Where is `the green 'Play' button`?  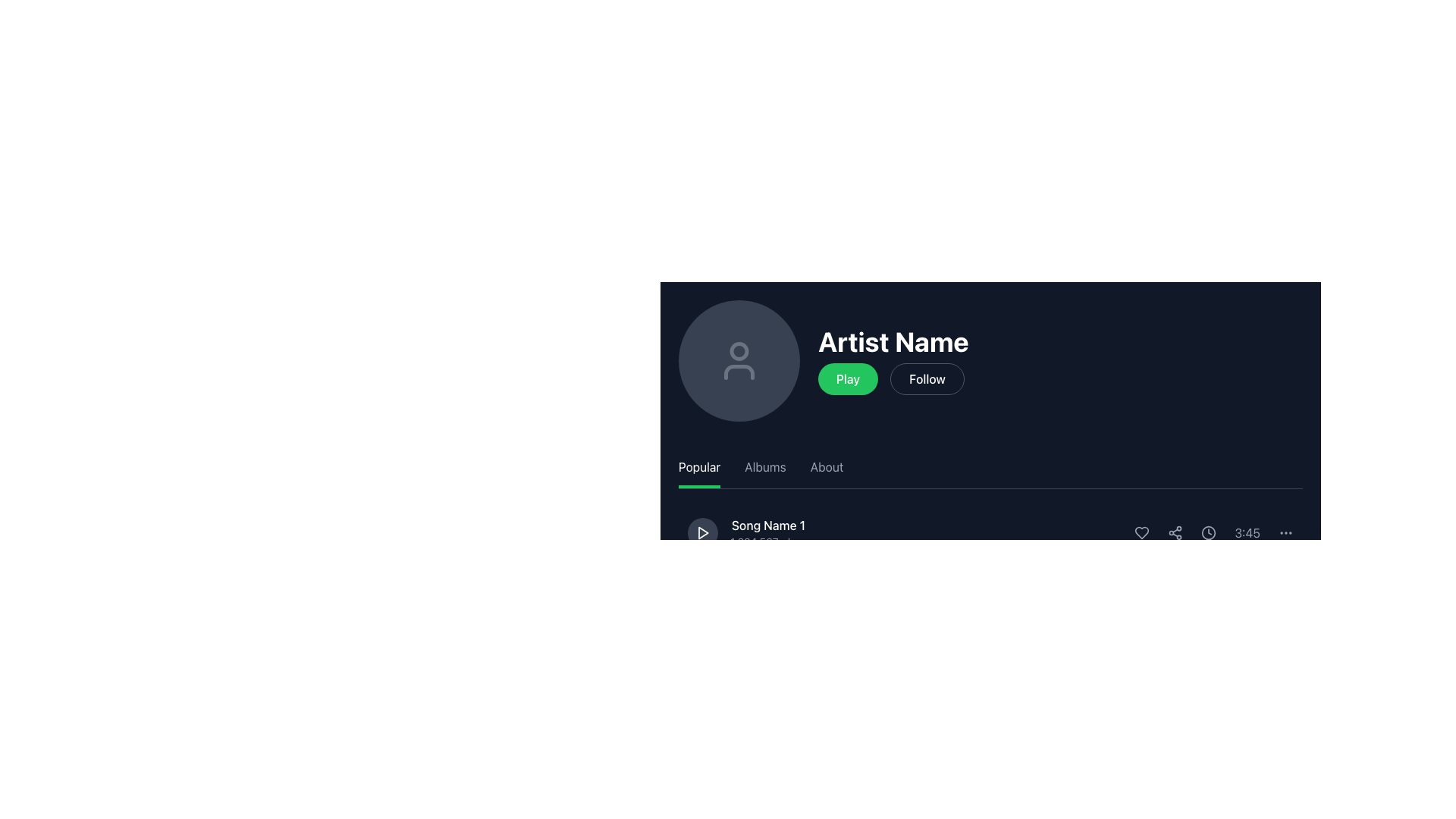 the green 'Play' button is located at coordinates (847, 378).